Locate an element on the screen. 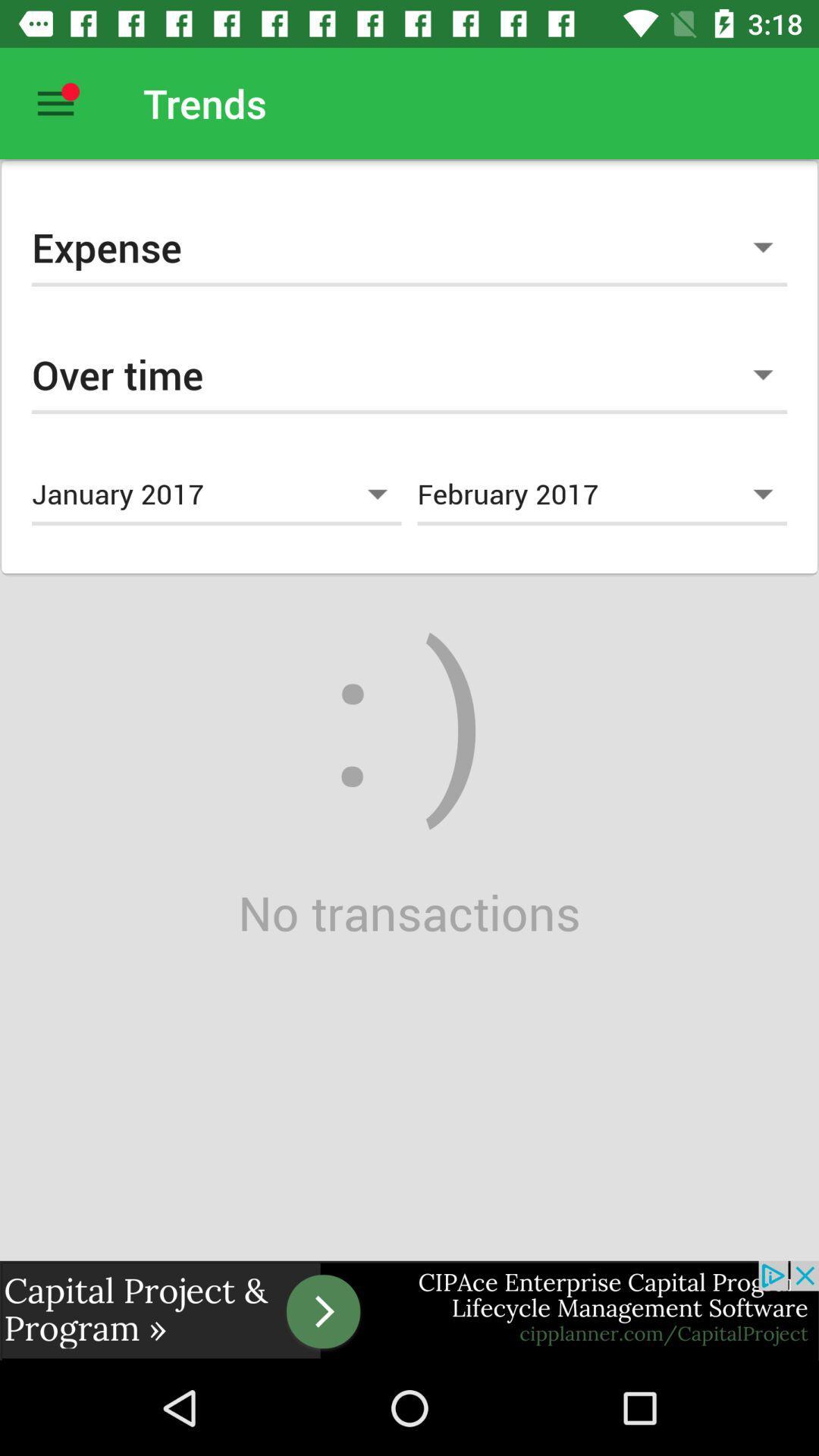 Image resolution: width=819 pixels, height=1456 pixels. advertisement is located at coordinates (409, 1310).